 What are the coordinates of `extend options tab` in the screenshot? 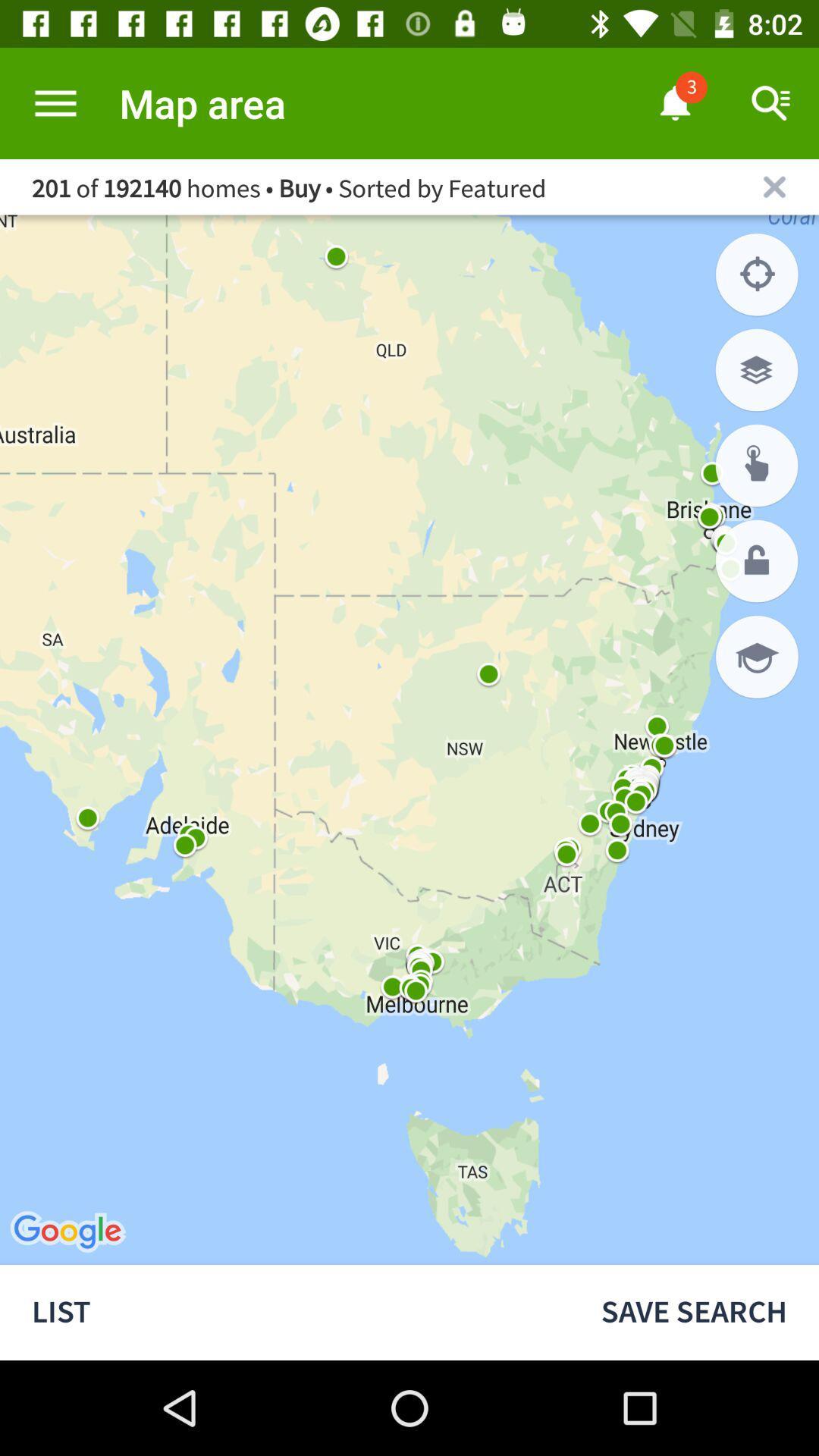 It's located at (55, 102).